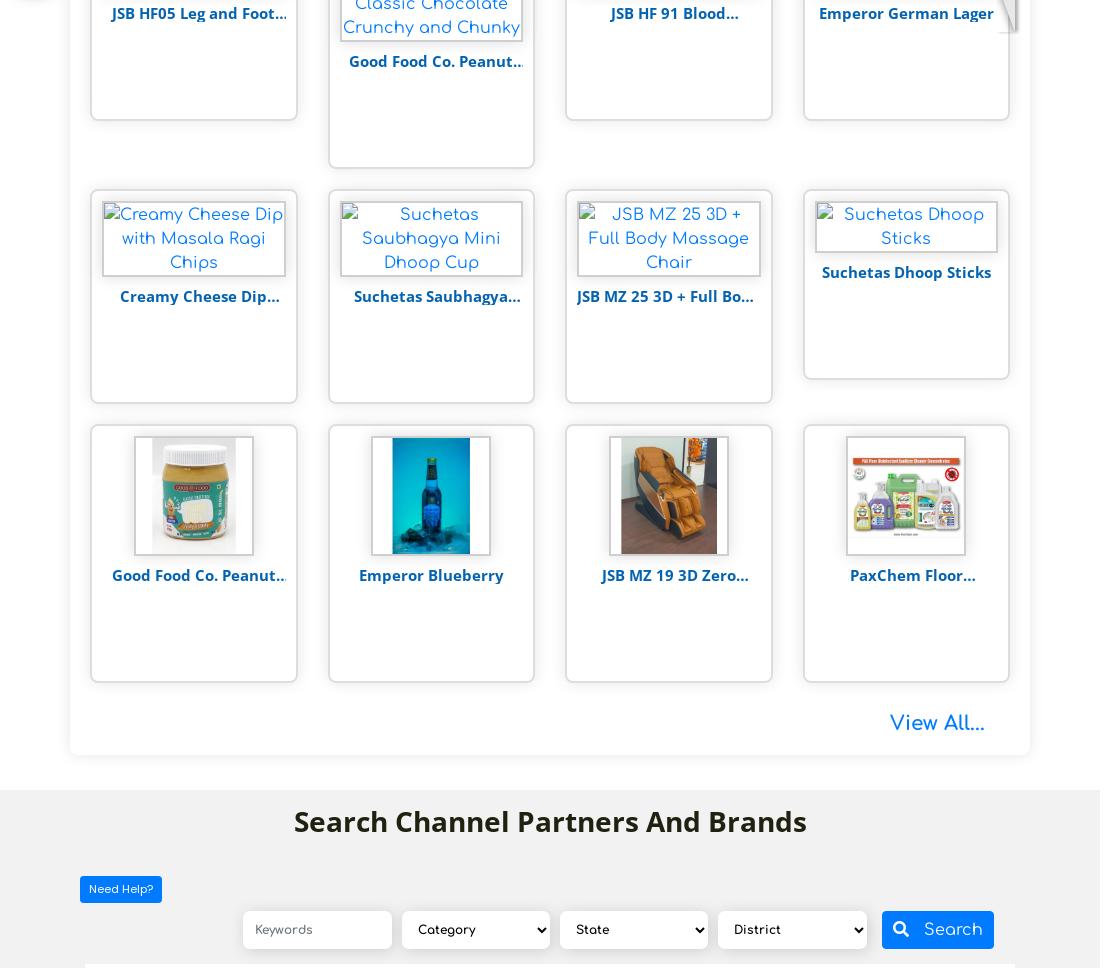  What do you see at coordinates (111, 21) in the screenshot?
I see `'JSB HF05 Leg and Foot Massager'` at bounding box center [111, 21].